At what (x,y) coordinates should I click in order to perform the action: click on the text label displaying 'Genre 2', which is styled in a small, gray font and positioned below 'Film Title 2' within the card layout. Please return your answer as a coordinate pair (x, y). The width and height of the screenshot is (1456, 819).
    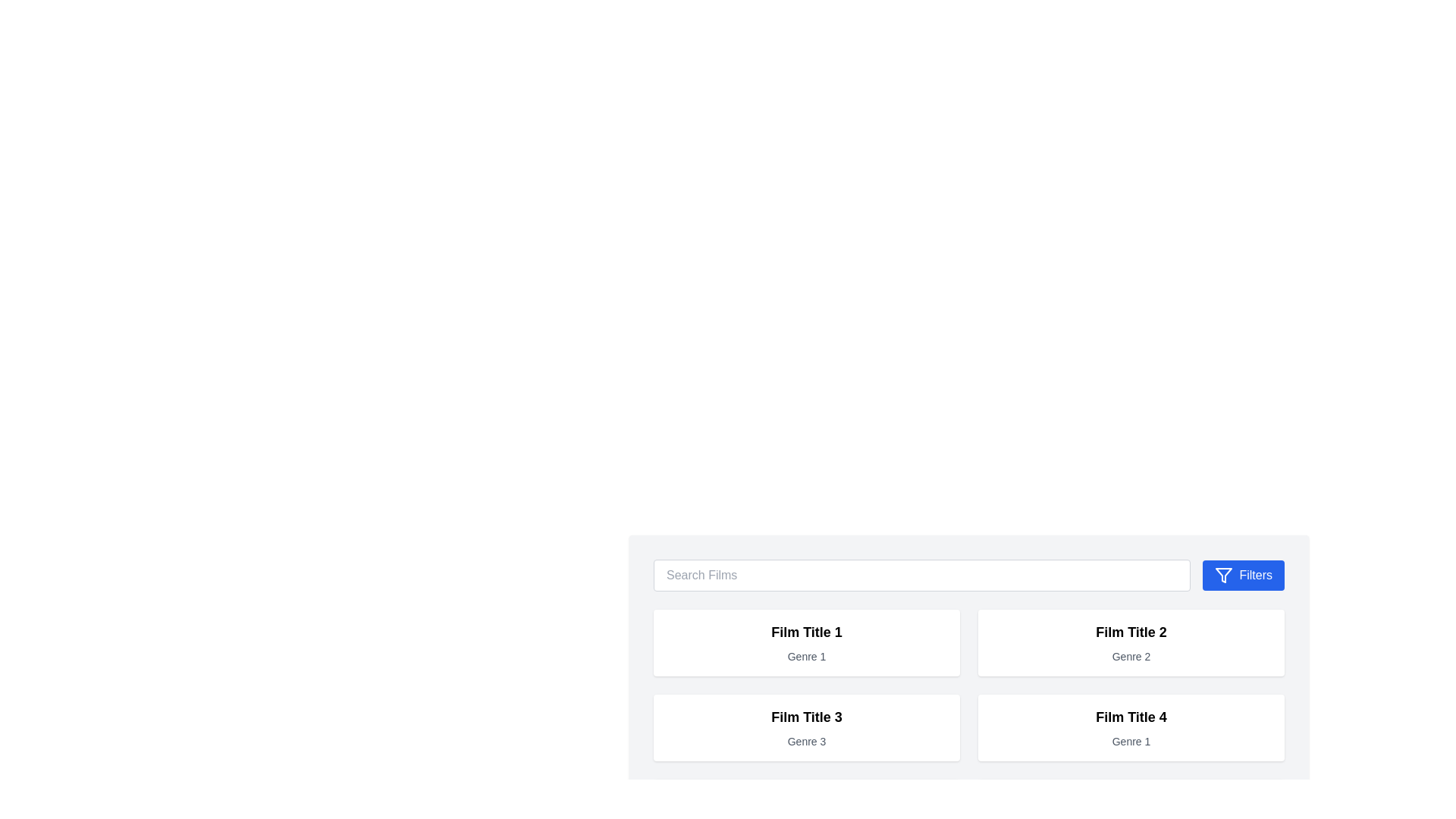
    Looking at the image, I should click on (1131, 656).